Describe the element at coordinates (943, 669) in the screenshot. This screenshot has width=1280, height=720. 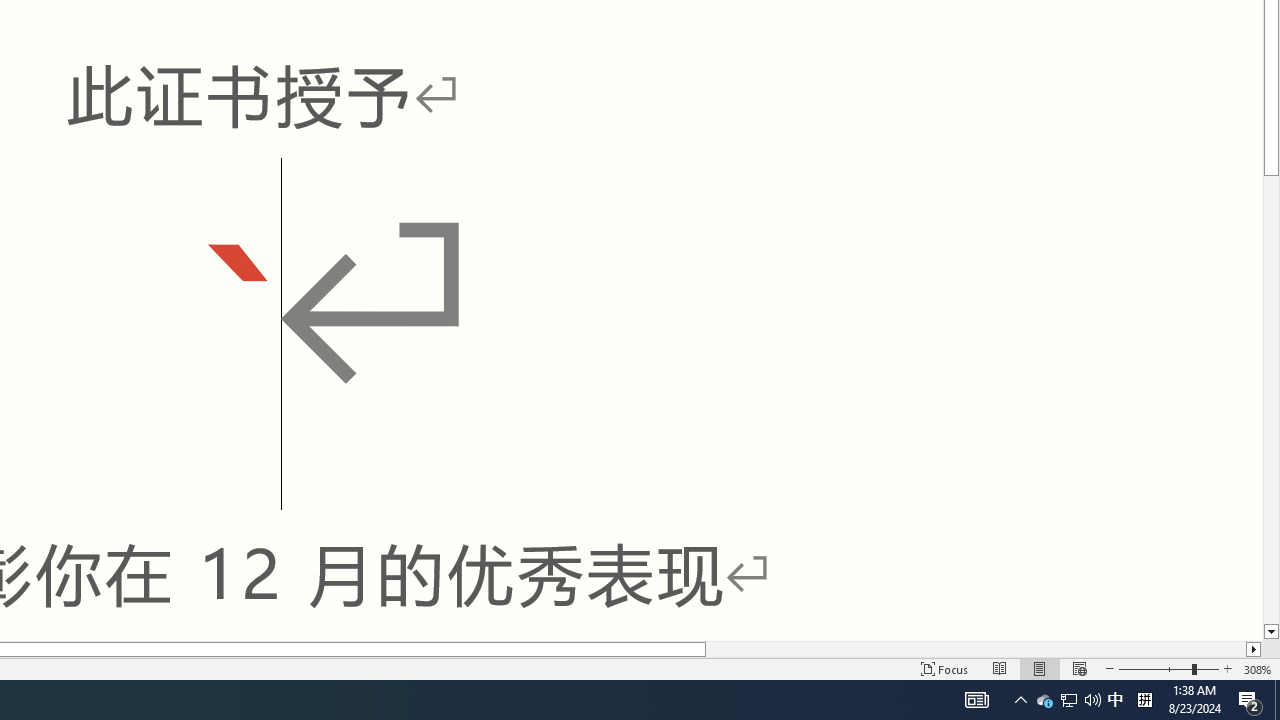
I see `'Focus '` at that location.